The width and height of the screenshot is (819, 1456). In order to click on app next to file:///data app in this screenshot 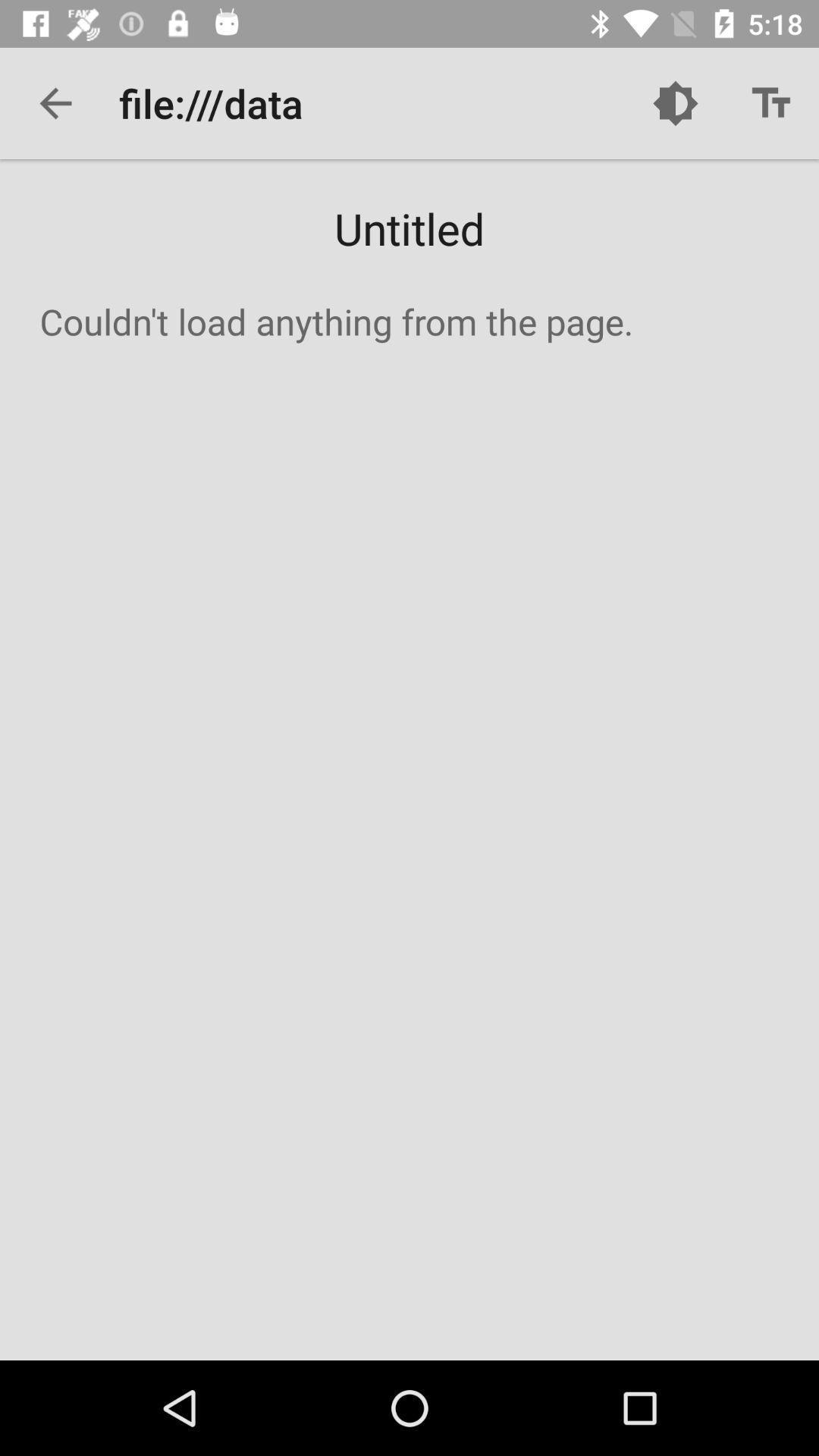, I will do `click(55, 102)`.